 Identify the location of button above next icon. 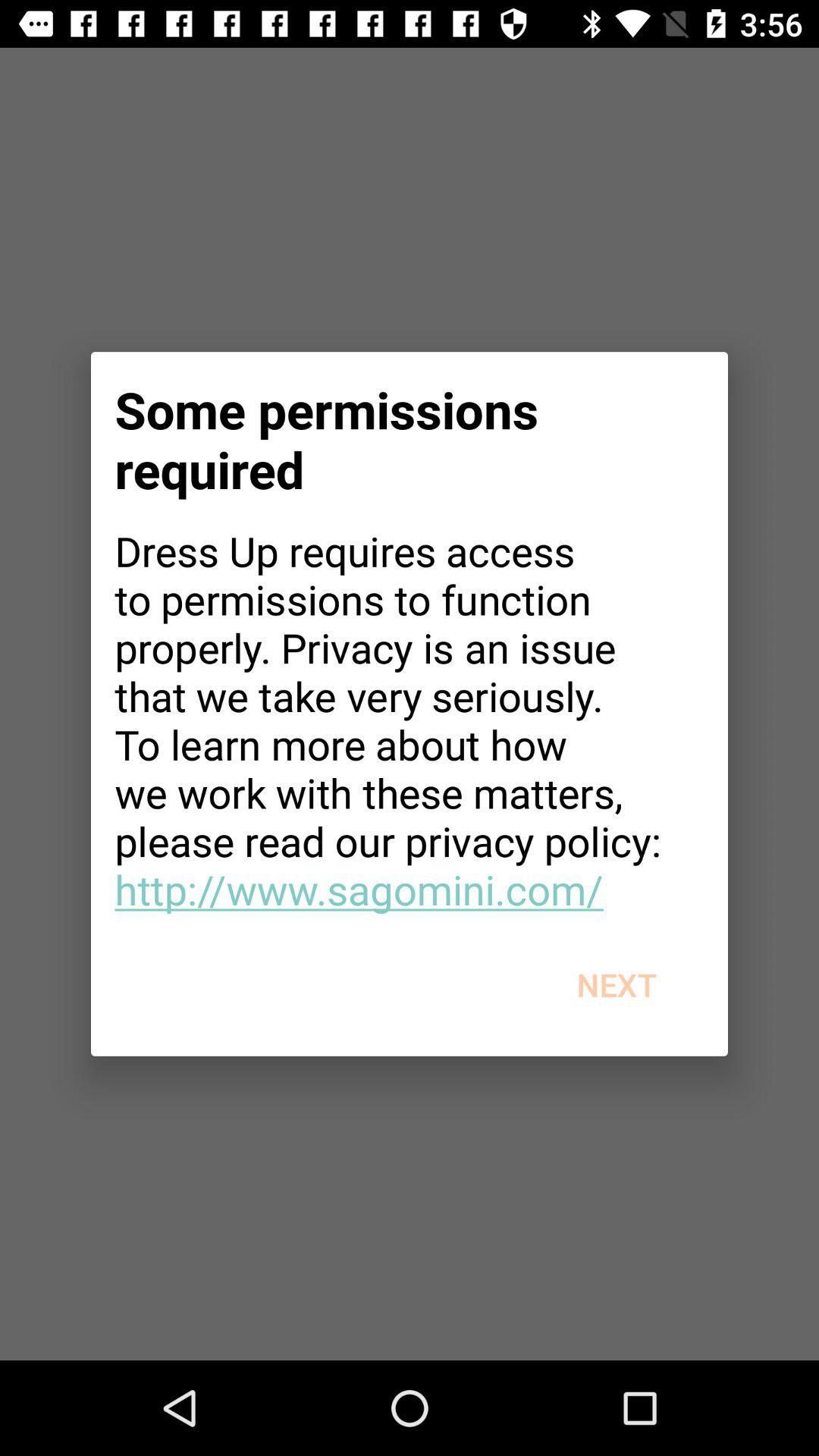
(409, 719).